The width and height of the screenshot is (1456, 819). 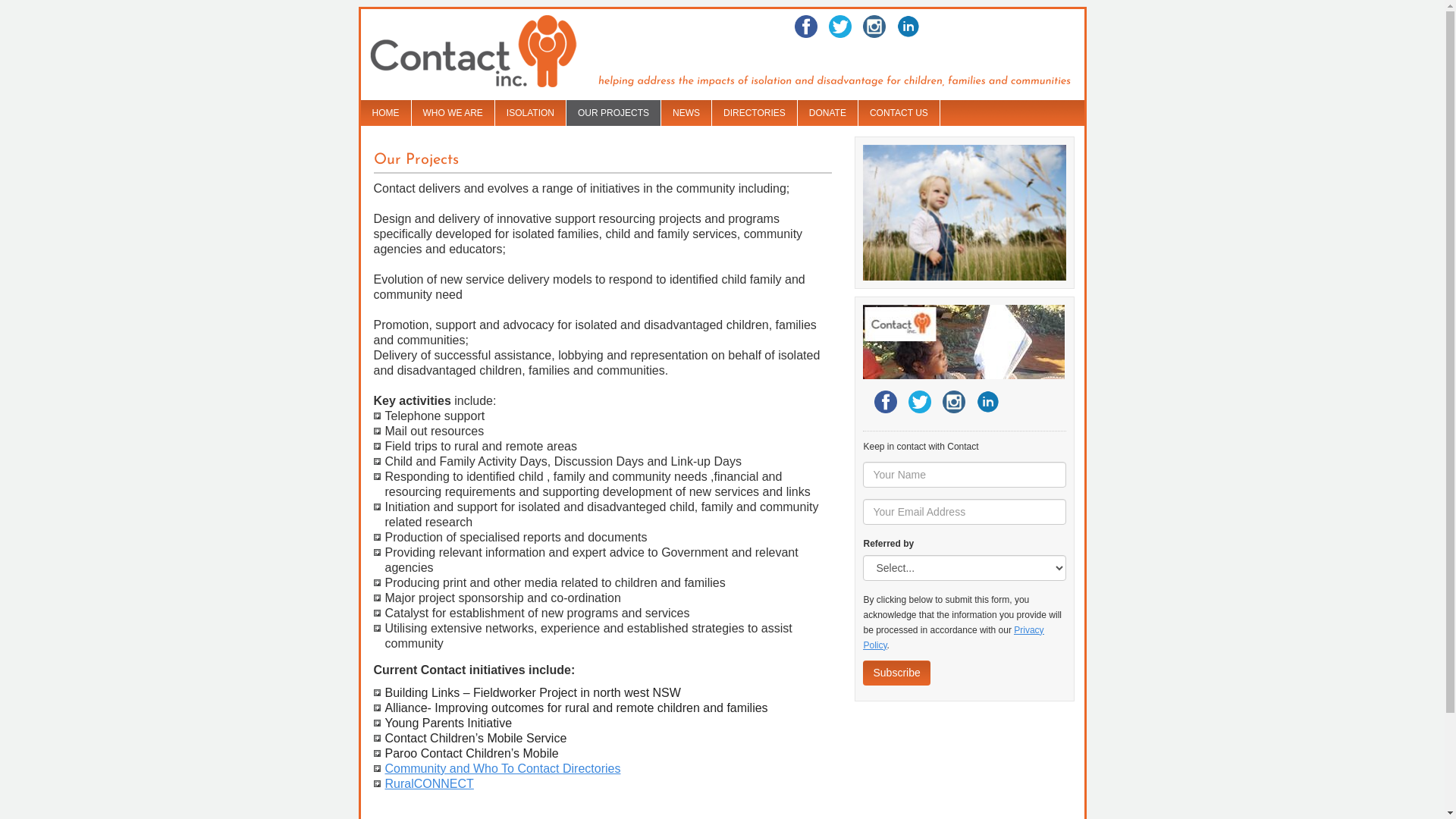 What do you see at coordinates (497, 52) in the screenshot?
I see `'Contact Inc. home page'` at bounding box center [497, 52].